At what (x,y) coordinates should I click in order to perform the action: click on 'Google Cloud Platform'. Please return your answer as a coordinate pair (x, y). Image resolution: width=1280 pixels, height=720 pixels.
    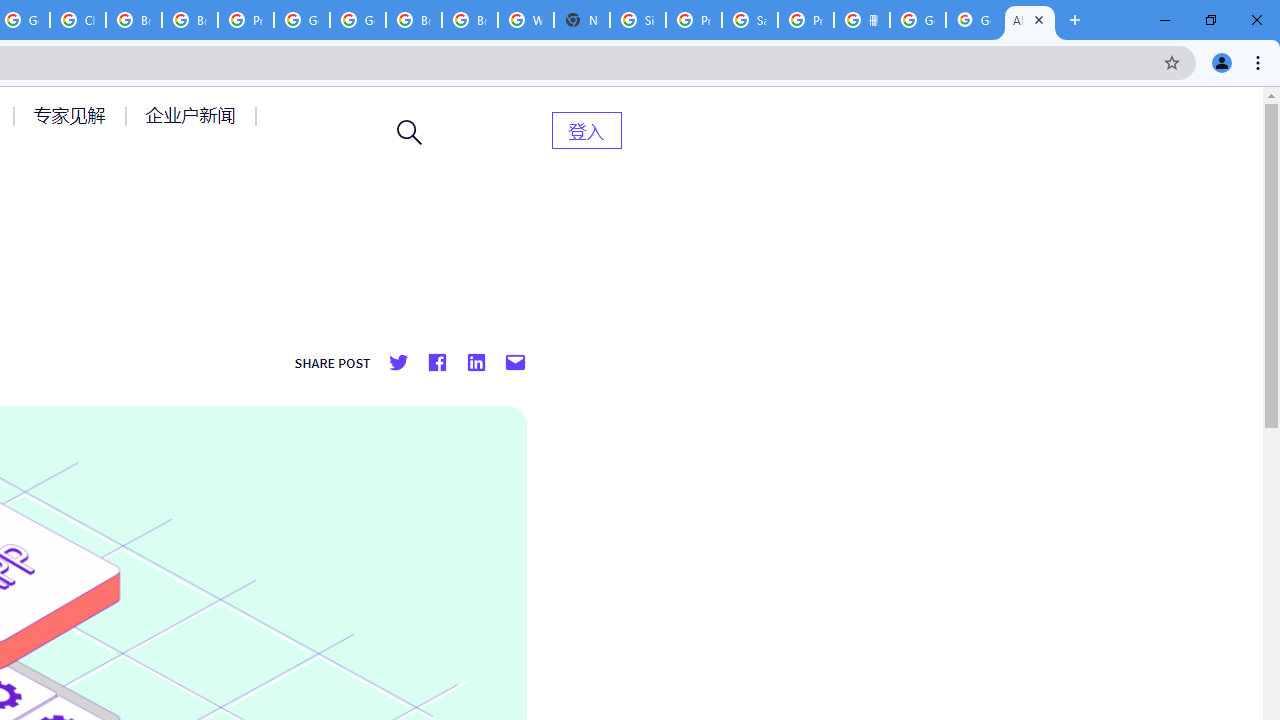
    Looking at the image, I should click on (301, 20).